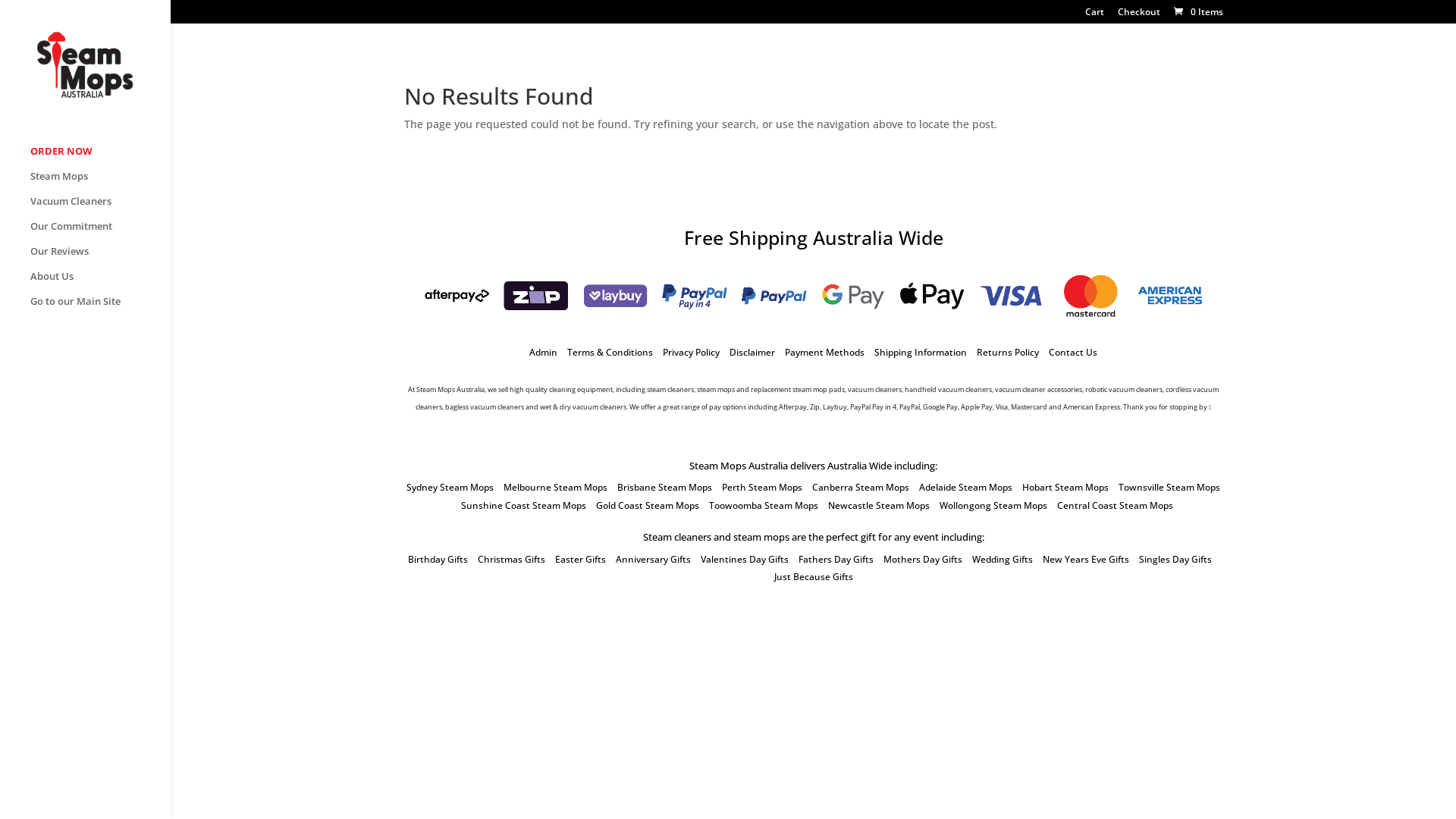  Describe the element at coordinates (449, 487) in the screenshot. I see `'Sydney Steam Mops'` at that location.